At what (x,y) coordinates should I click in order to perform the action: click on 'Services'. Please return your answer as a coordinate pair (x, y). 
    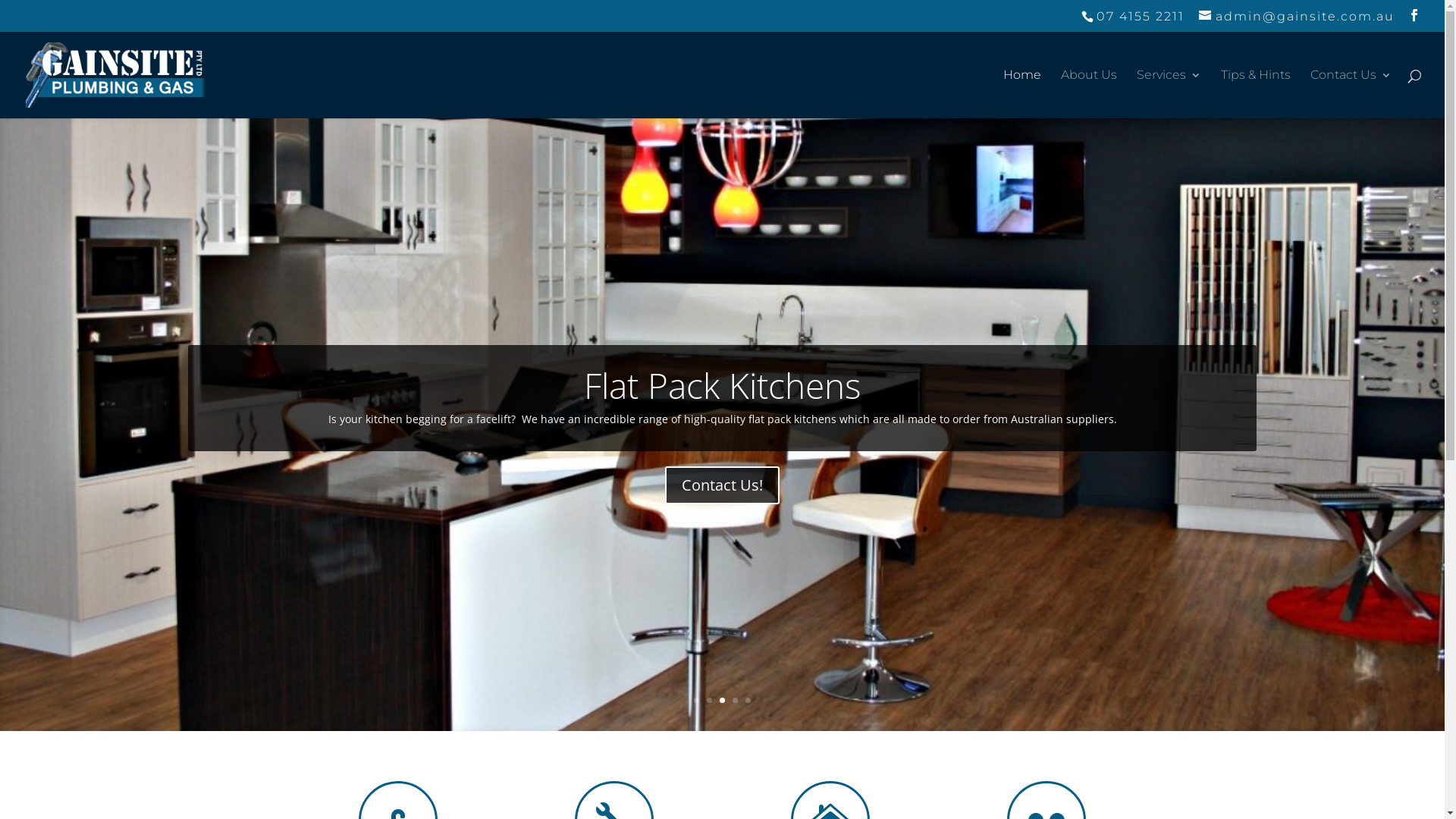
    Looking at the image, I should click on (1168, 93).